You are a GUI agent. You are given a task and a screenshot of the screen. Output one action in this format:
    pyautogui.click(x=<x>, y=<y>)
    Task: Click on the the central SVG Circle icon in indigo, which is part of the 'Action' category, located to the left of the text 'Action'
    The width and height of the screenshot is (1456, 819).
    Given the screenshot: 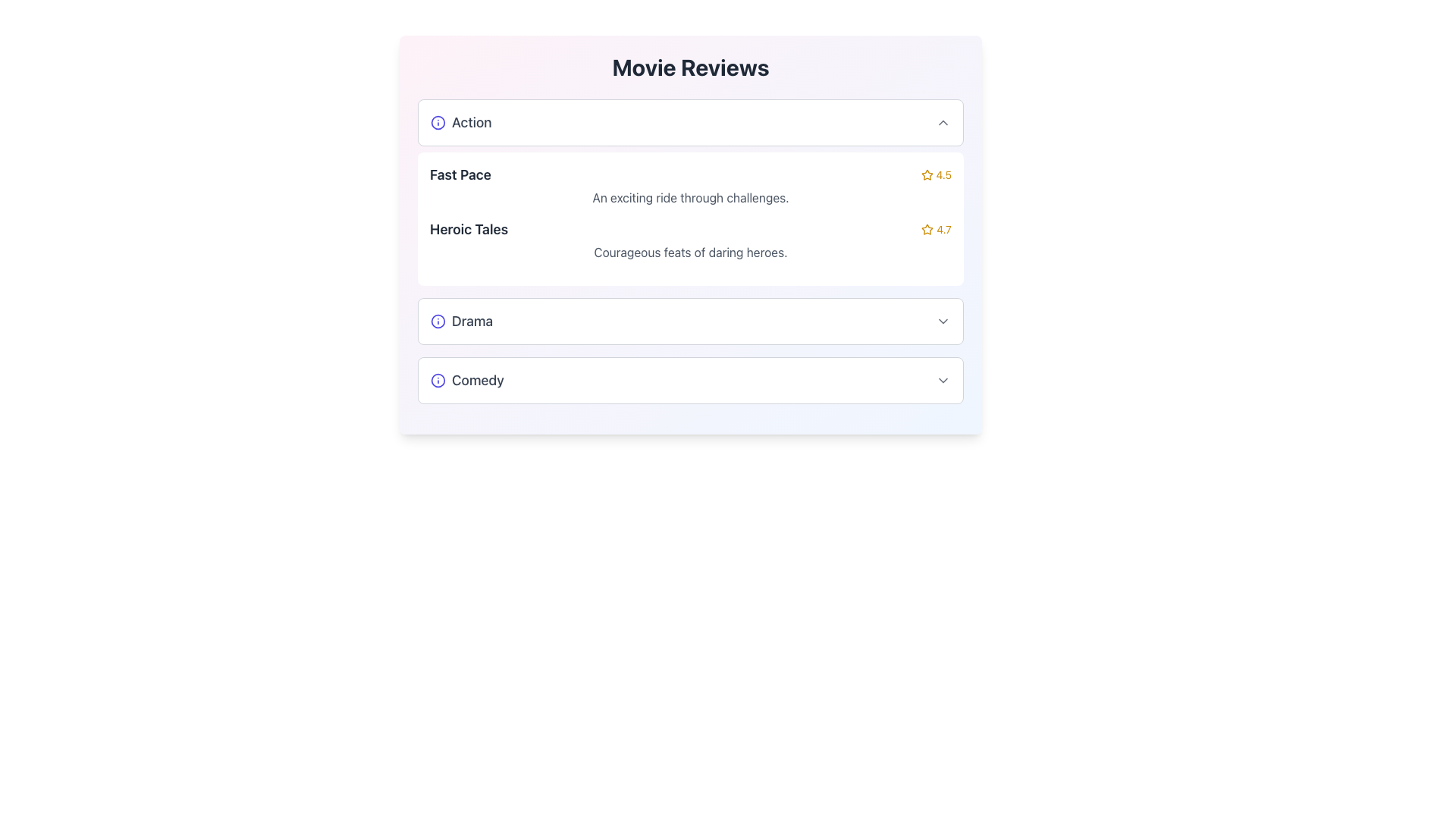 What is the action you would take?
    pyautogui.click(x=437, y=122)
    